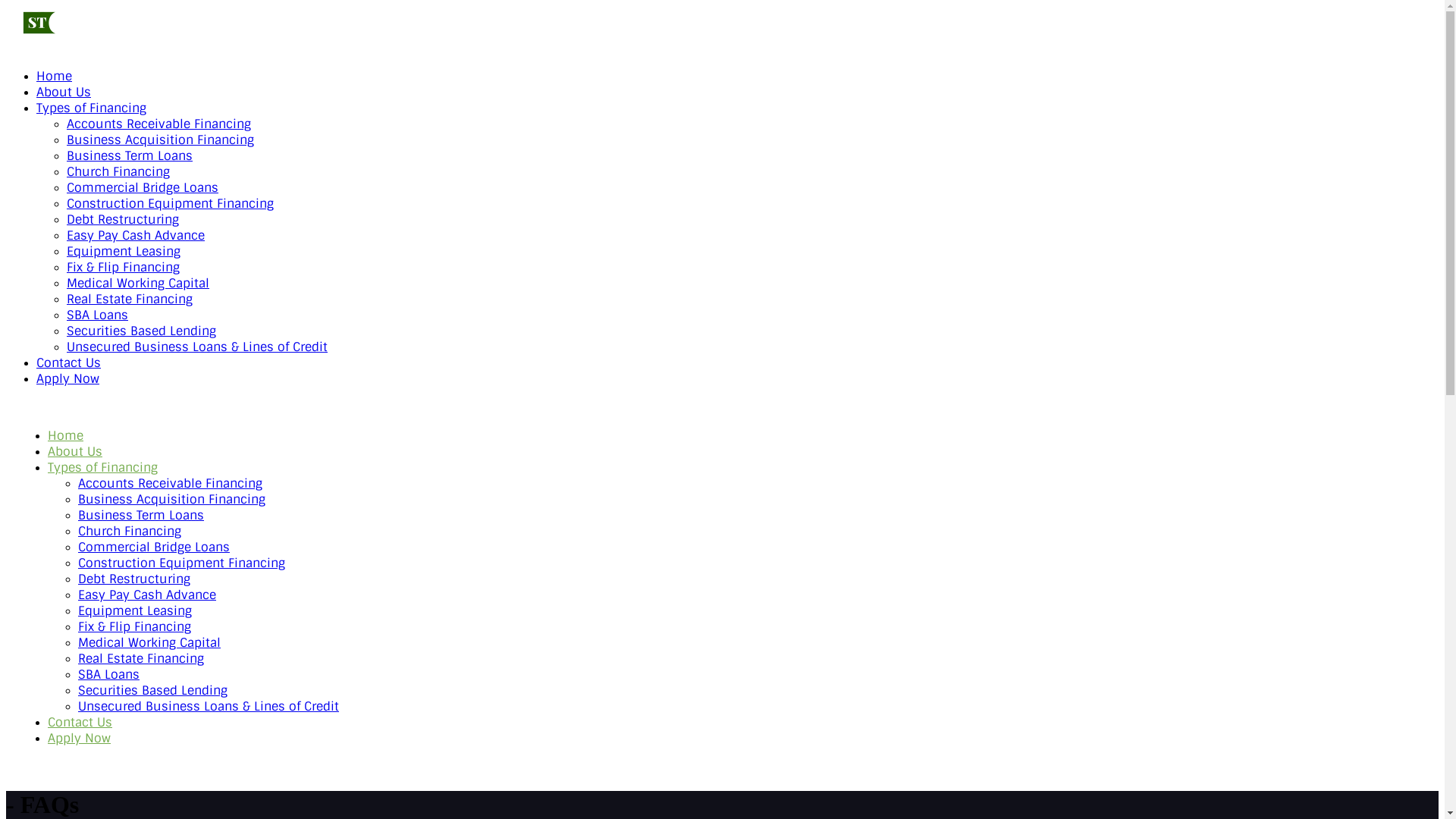  I want to click on 'Equipment Leasing', so click(124, 250).